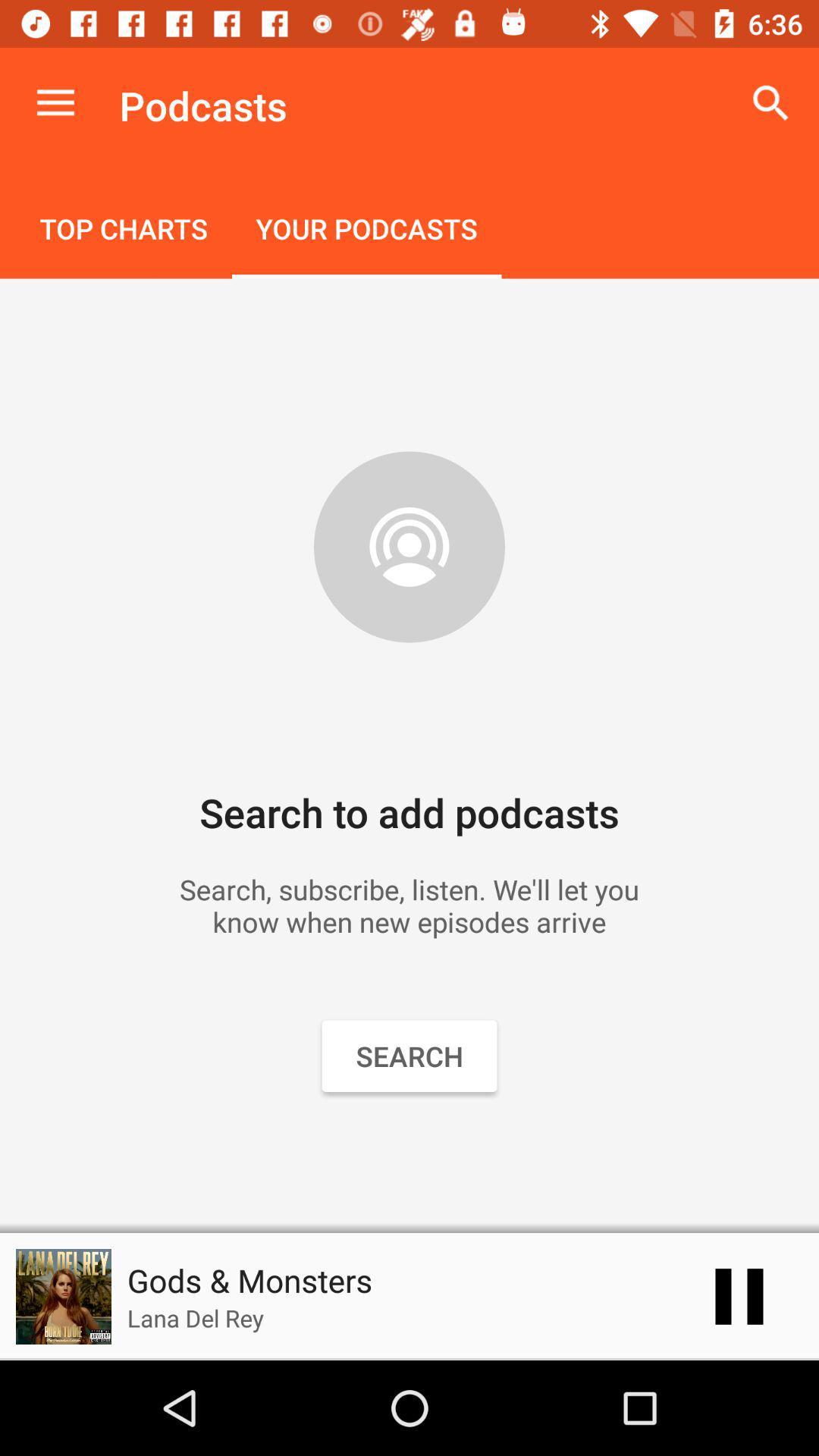 Image resolution: width=819 pixels, height=1456 pixels. What do you see at coordinates (55, 102) in the screenshot?
I see `the item next to the podcasts` at bounding box center [55, 102].